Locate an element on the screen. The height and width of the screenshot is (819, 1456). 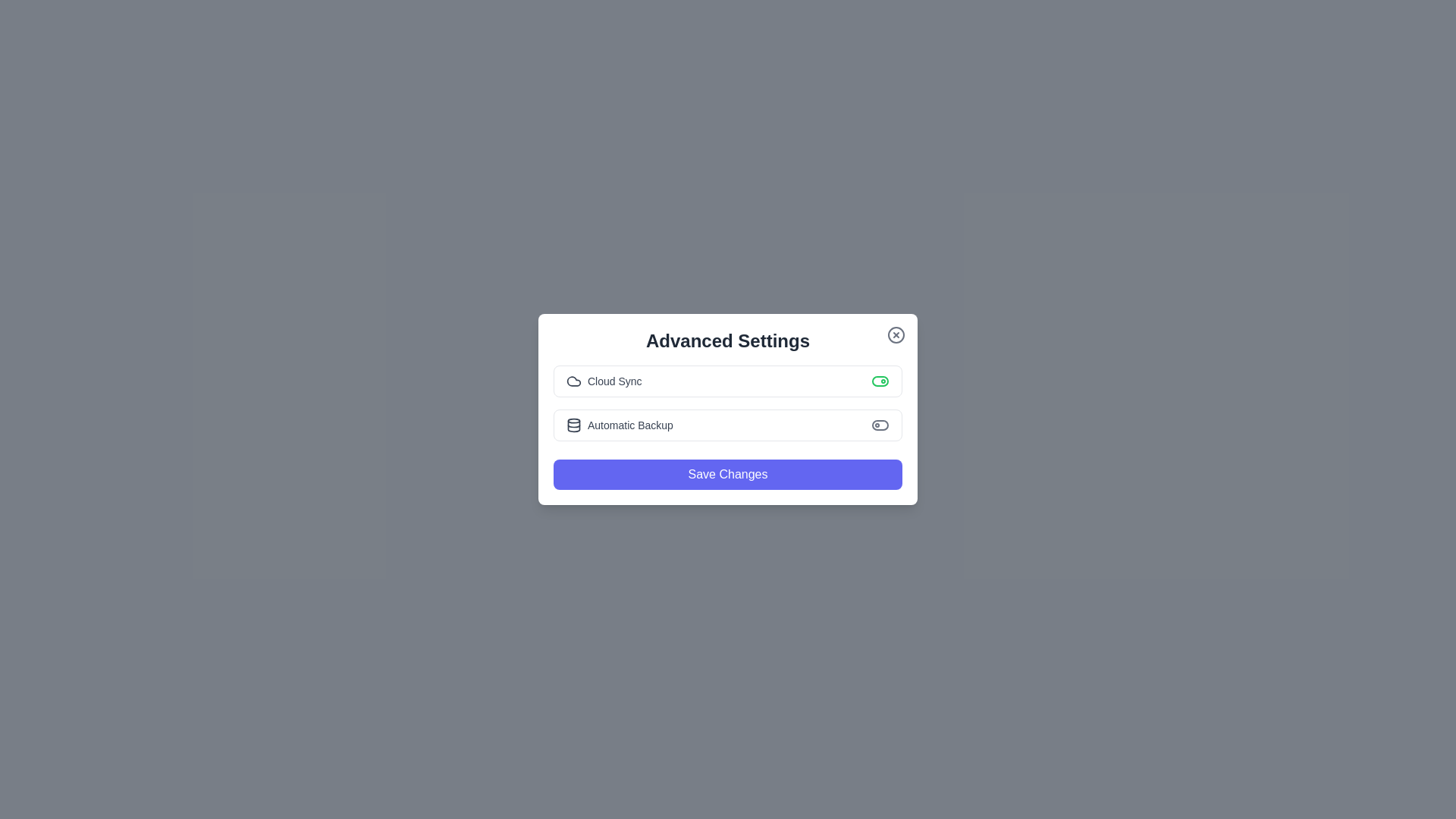
the toggleable setting item for enabling or disabling cloud synchronization, which is the first item is located at coordinates (728, 380).